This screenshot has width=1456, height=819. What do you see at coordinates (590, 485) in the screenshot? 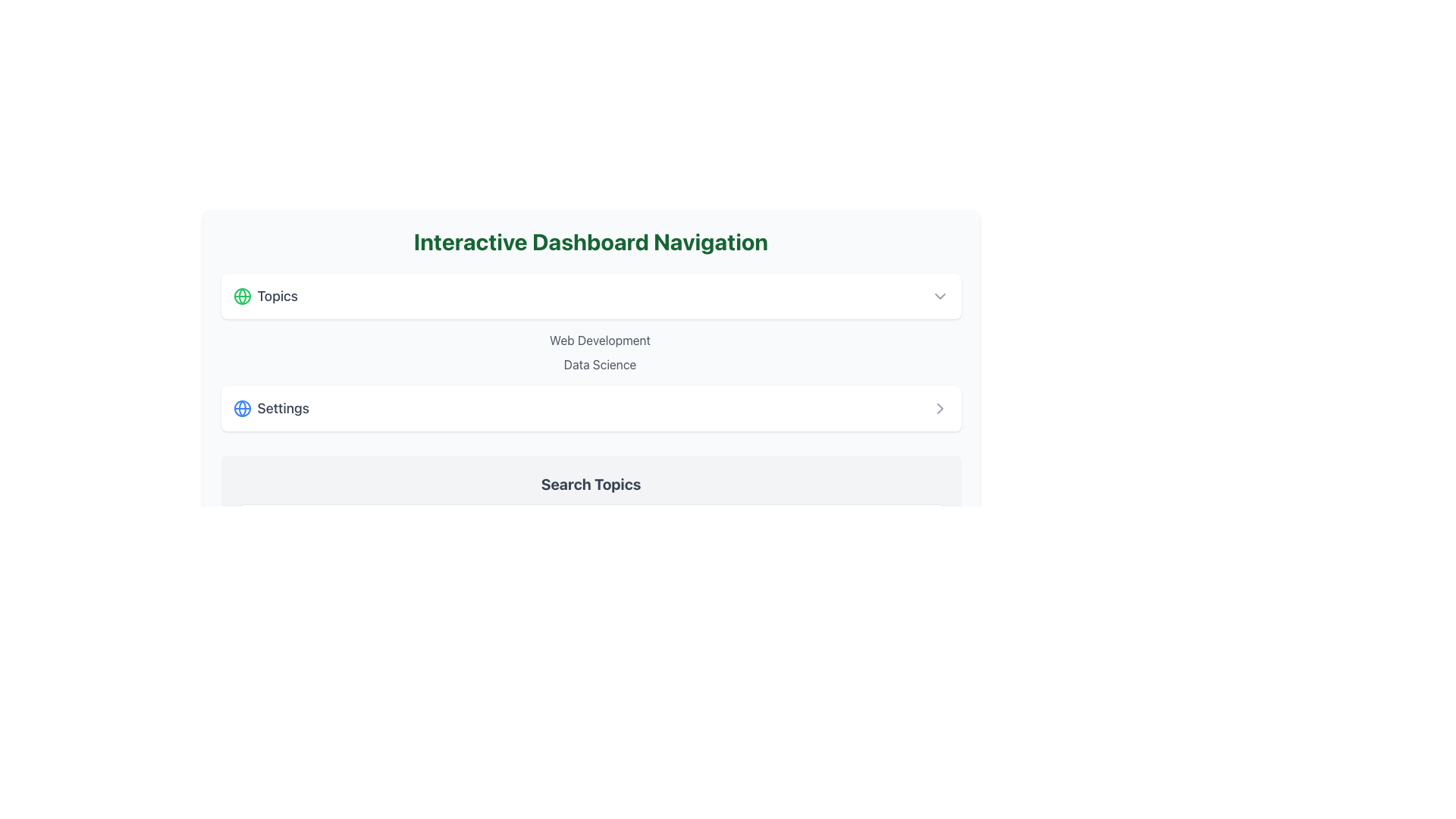
I see `the 'Search Topics' text label, which is styled in bold and large font and is located in a light gray rounded rectangle above the search bar` at bounding box center [590, 485].